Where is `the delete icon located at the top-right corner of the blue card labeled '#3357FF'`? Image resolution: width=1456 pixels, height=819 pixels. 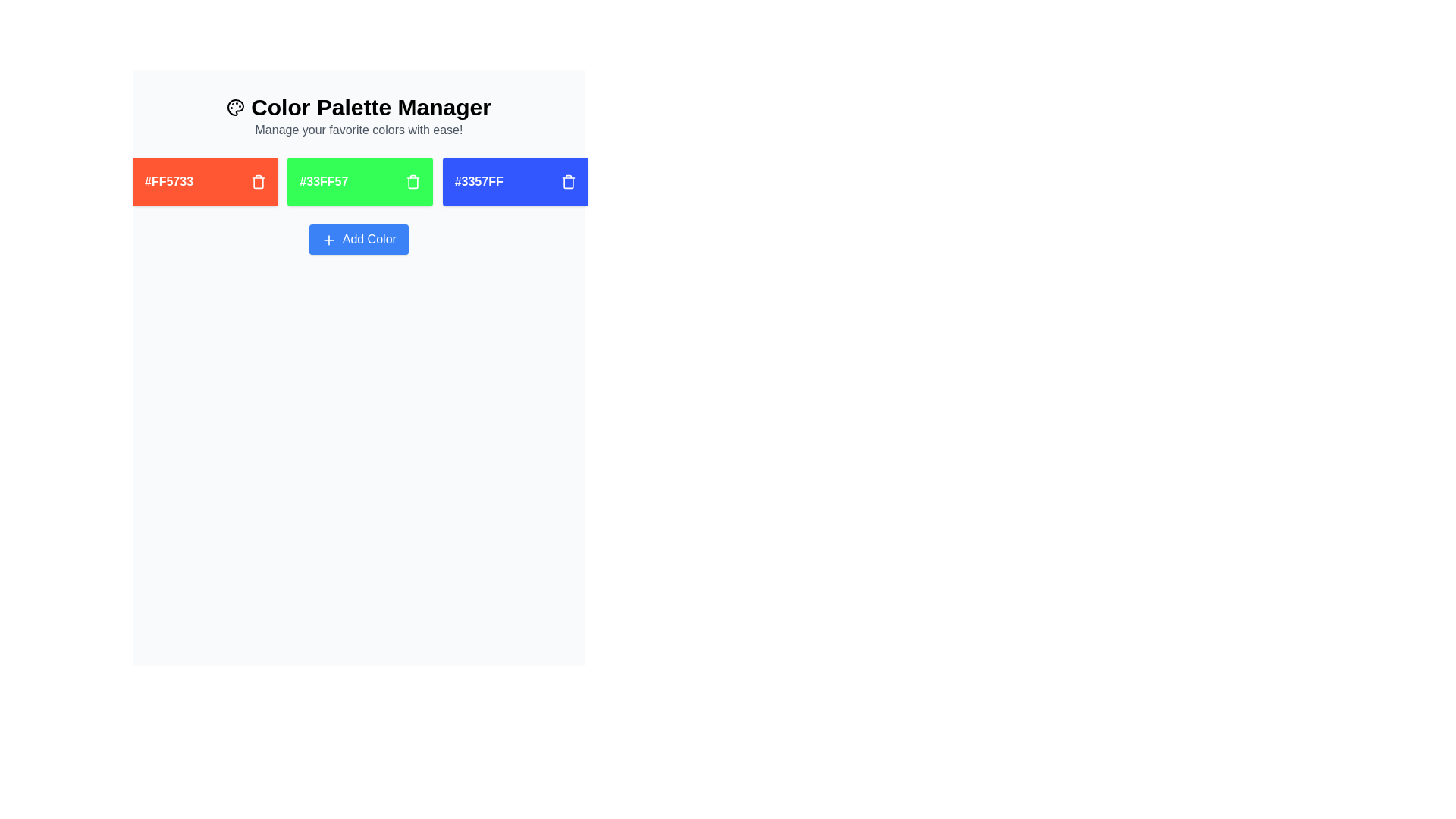
the delete icon located at the top-right corner of the blue card labeled '#3357FF' is located at coordinates (567, 180).